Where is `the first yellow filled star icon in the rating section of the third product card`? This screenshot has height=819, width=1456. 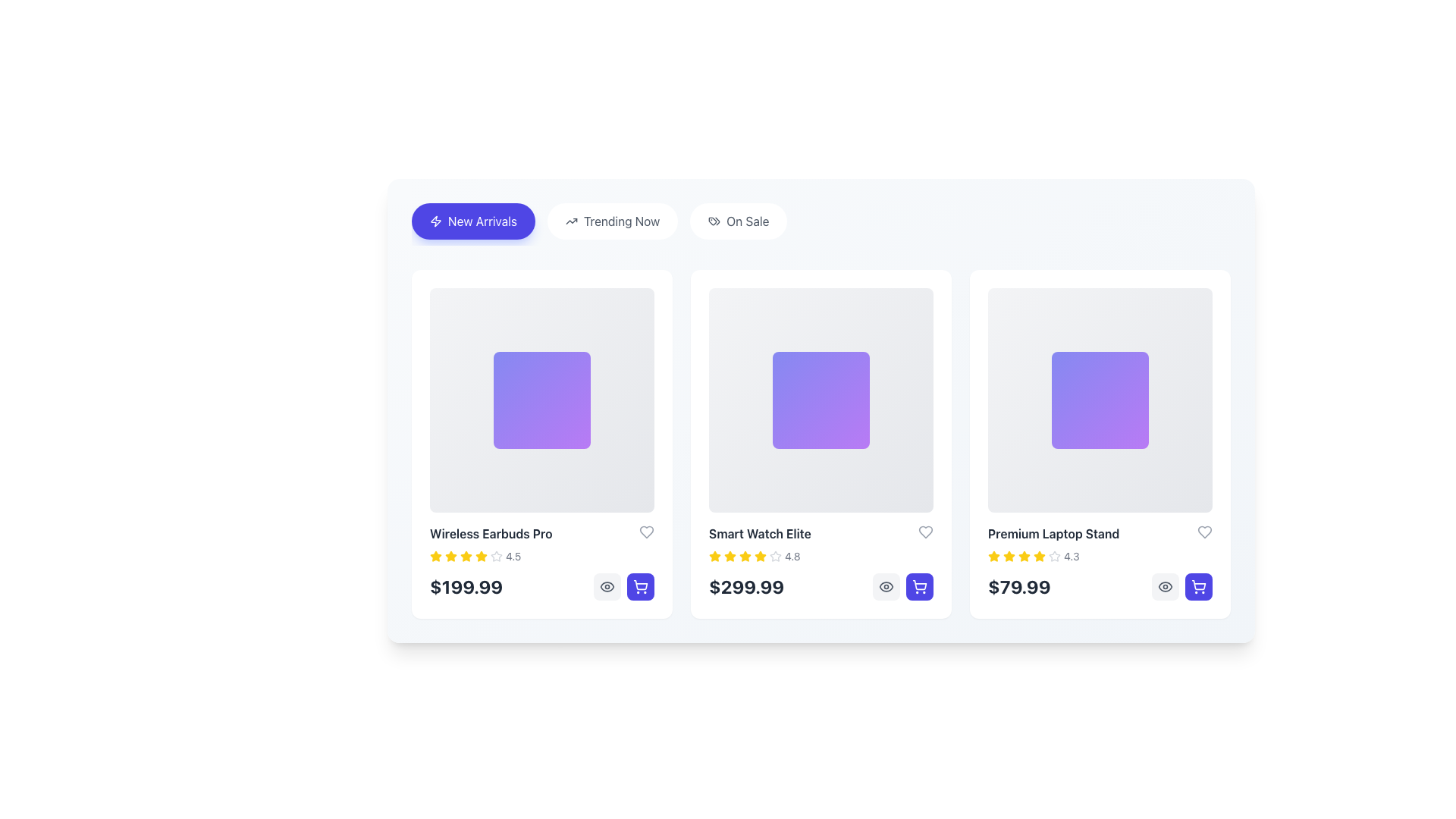 the first yellow filled star icon in the rating section of the third product card is located at coordinates (993, 556).